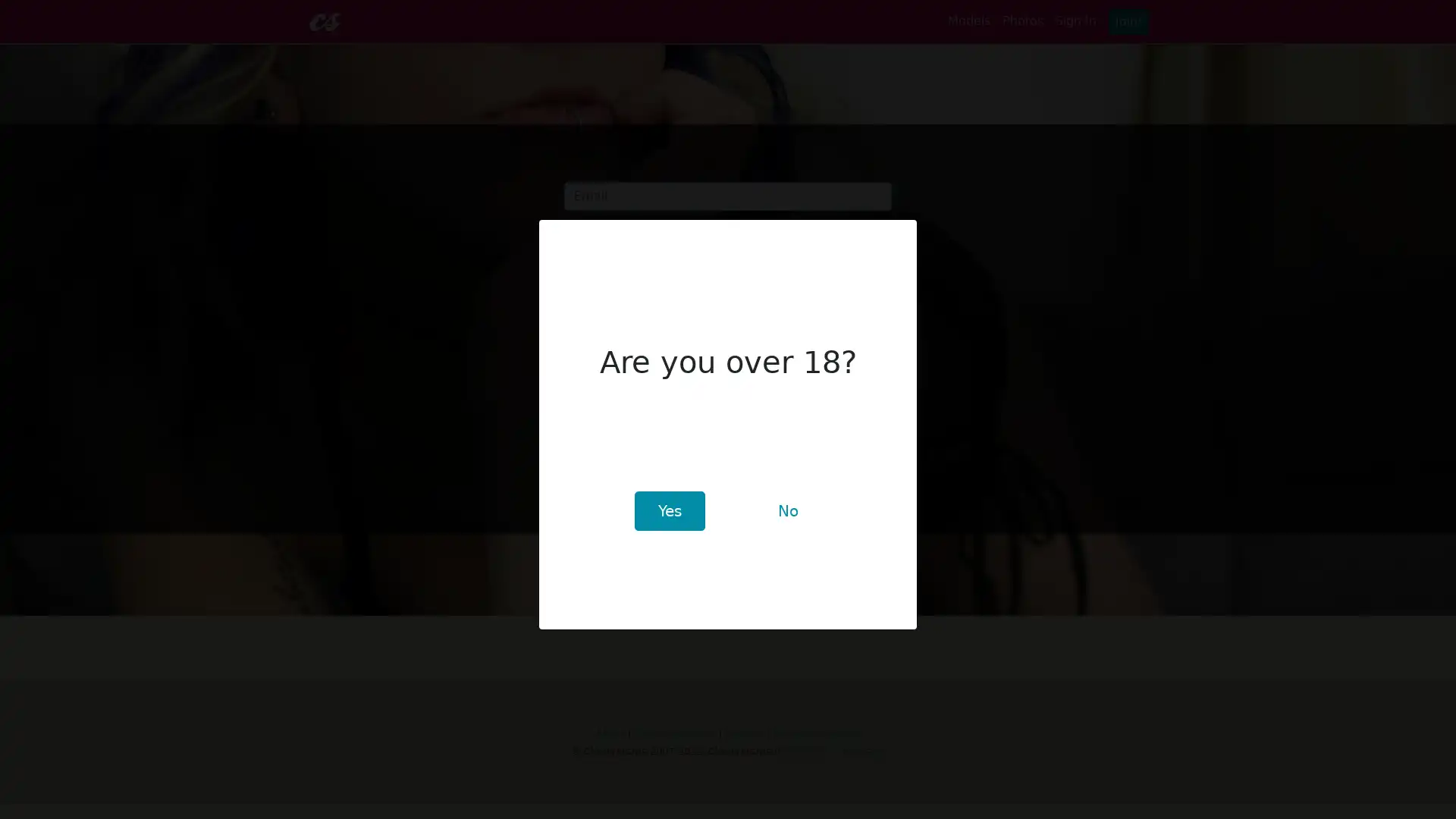  What do you see at coordinates (593, 312) in the screenshot?
I see `Sign In` at bounding box center [593, 312].